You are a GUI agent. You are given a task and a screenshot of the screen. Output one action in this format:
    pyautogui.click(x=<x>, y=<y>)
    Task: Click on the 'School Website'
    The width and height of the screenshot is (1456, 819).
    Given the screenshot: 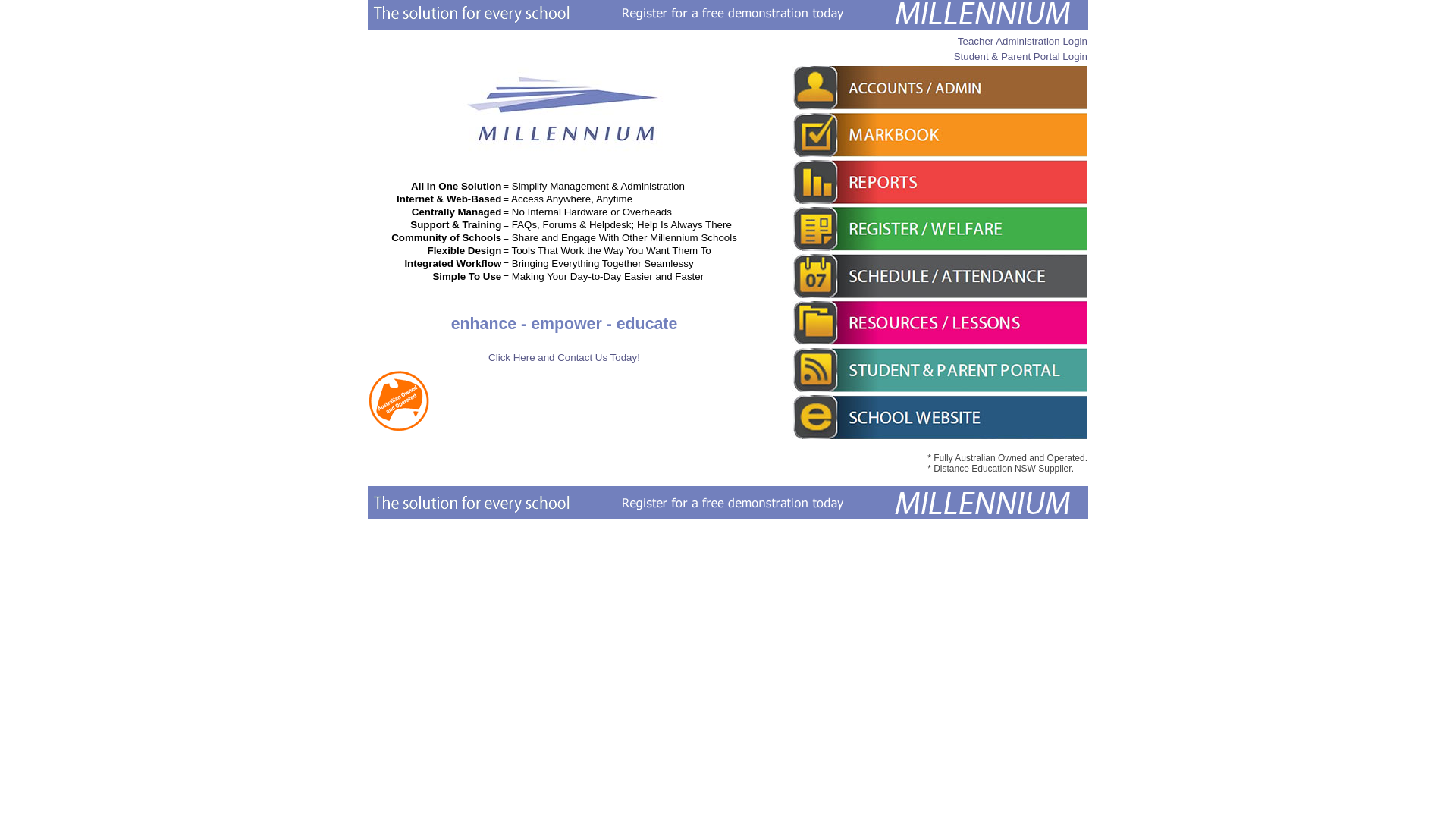 What is the action you would take?
    pyautogui.click(x=938, y=417)
    